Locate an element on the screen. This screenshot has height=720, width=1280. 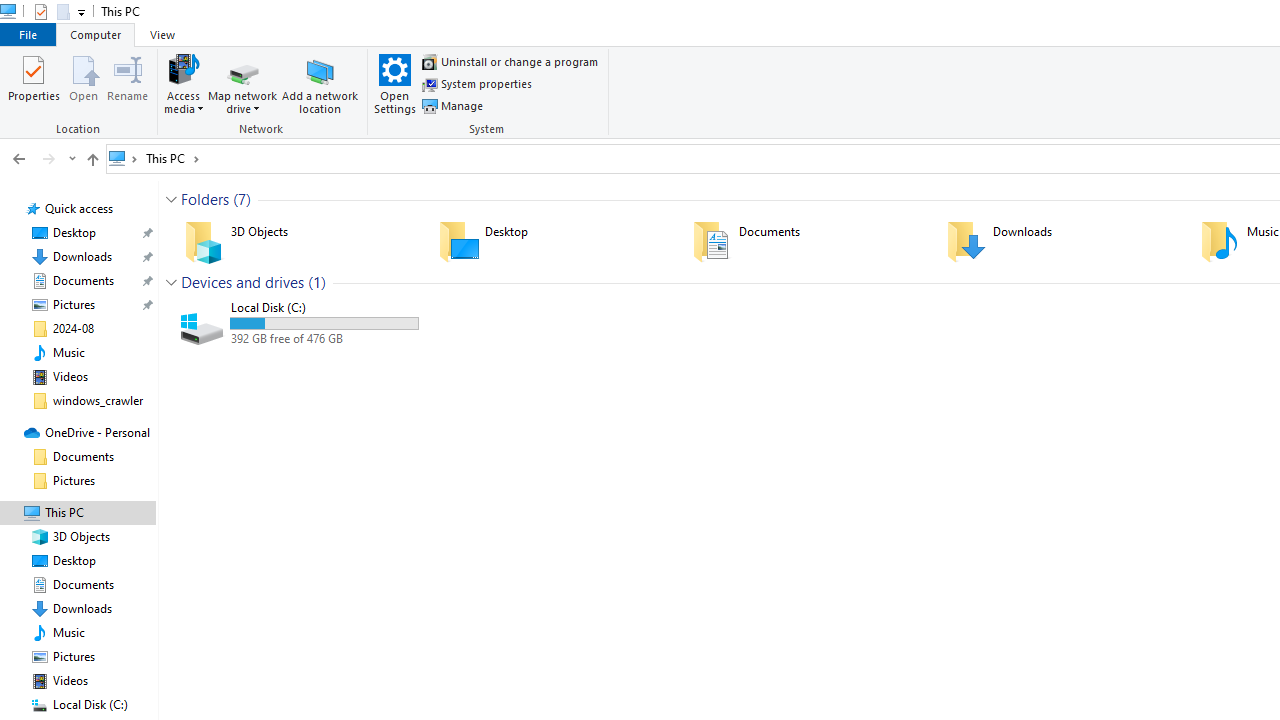
'Computer' is located at coordinates (94, 34).